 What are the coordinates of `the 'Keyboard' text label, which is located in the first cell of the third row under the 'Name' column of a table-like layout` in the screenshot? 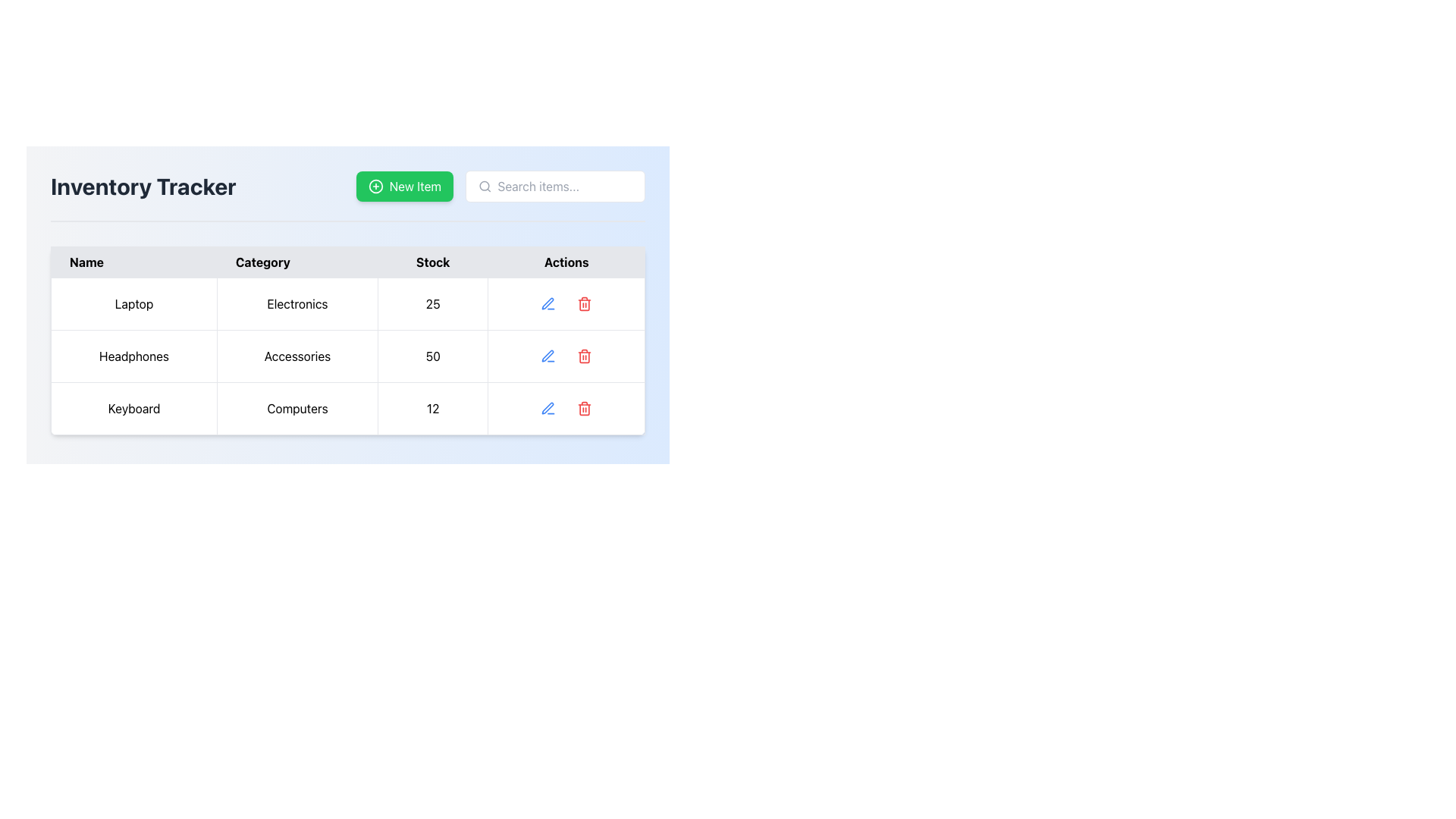 It's located at (134, 408).